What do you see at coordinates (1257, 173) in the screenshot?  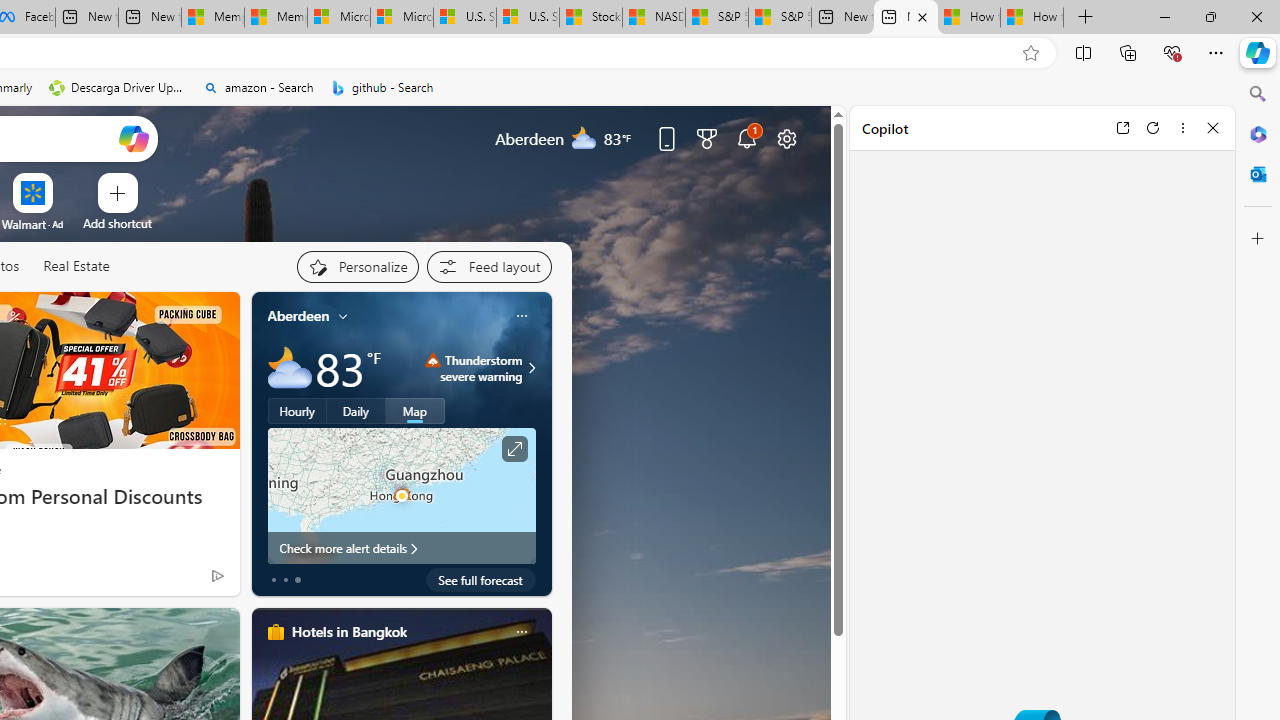 I see `'Outlook'` at bounding box center [1257, 173].